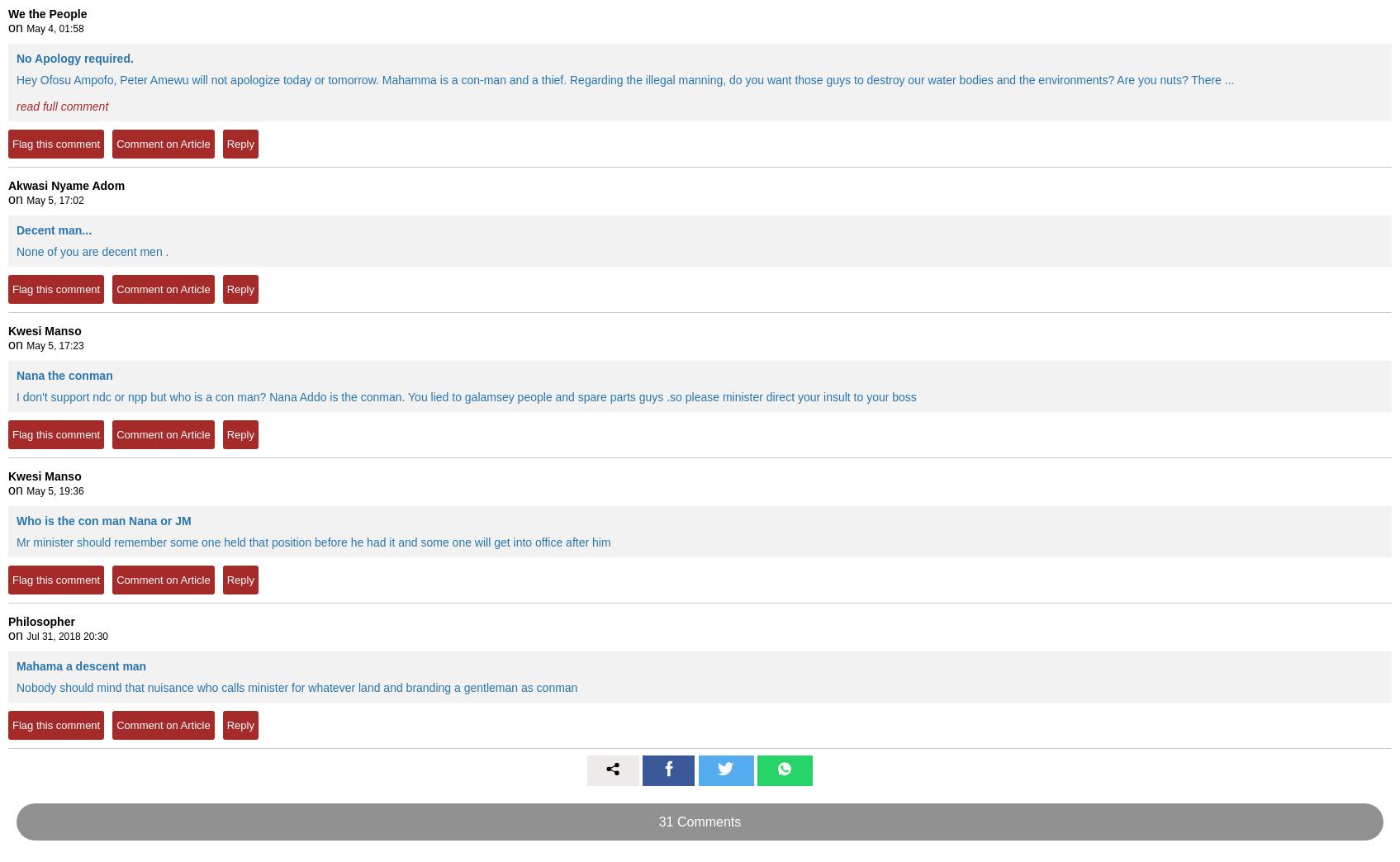 The image size is (1400, 862). I want to click on 'Mr minister should remember some one held that position before he had it and some one will get into office after him', so click(312, 541).